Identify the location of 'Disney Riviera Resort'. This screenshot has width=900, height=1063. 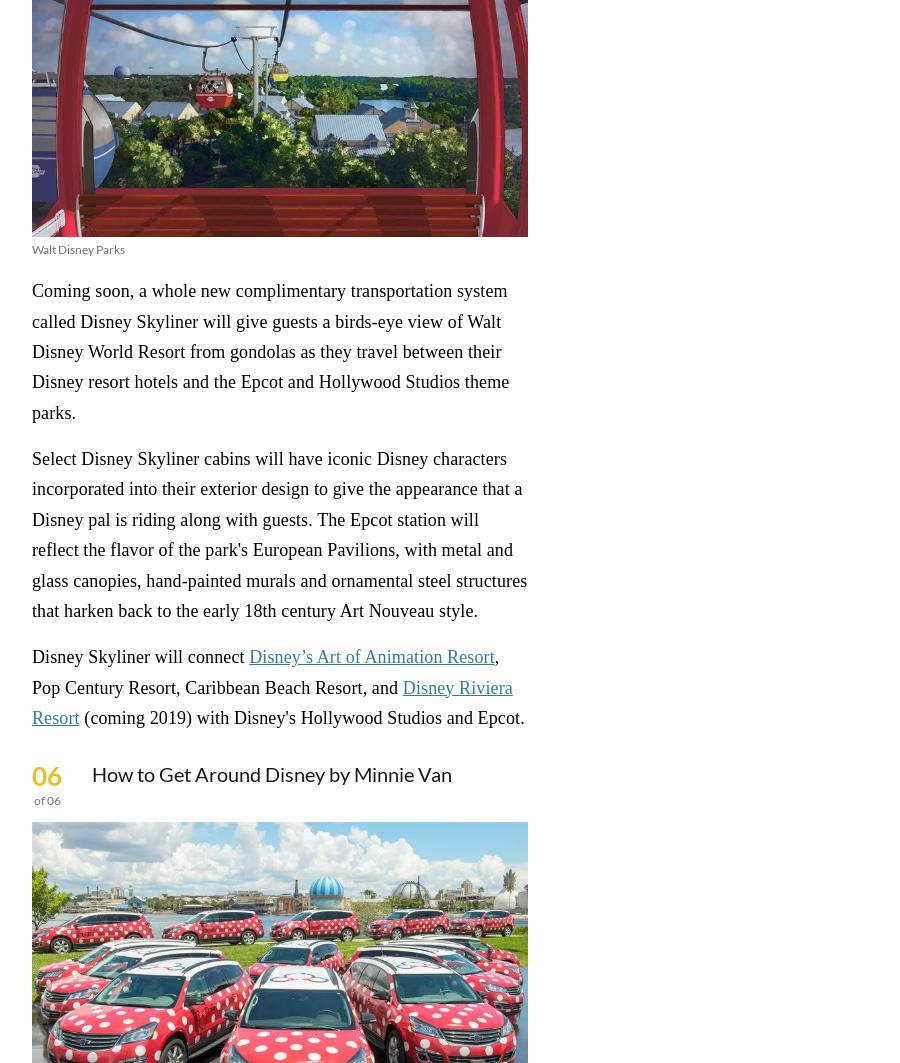
(270, 701).